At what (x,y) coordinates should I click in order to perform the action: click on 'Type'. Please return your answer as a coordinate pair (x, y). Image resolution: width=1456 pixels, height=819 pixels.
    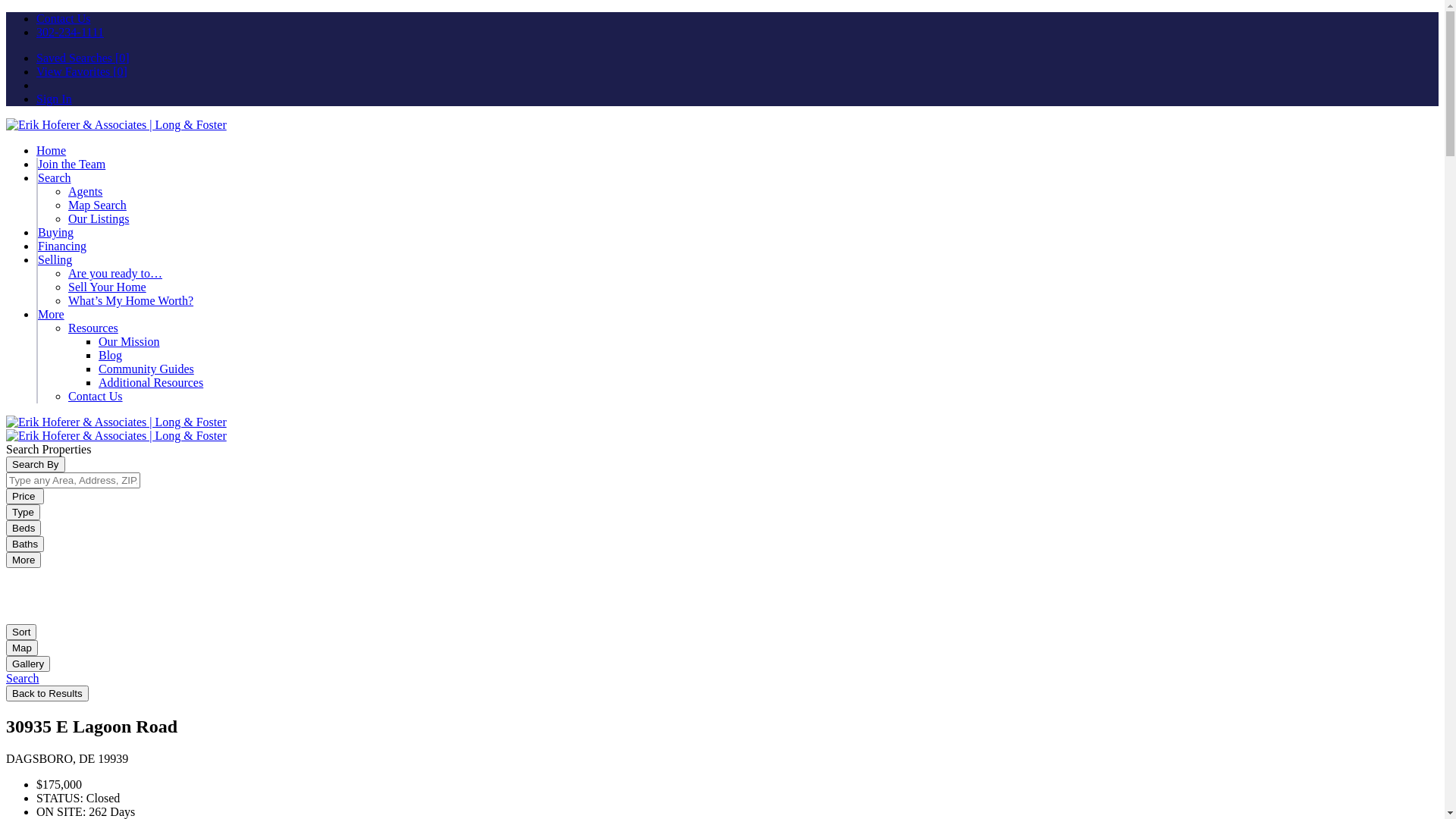
    Looking at the image, I should click on (23, 512).